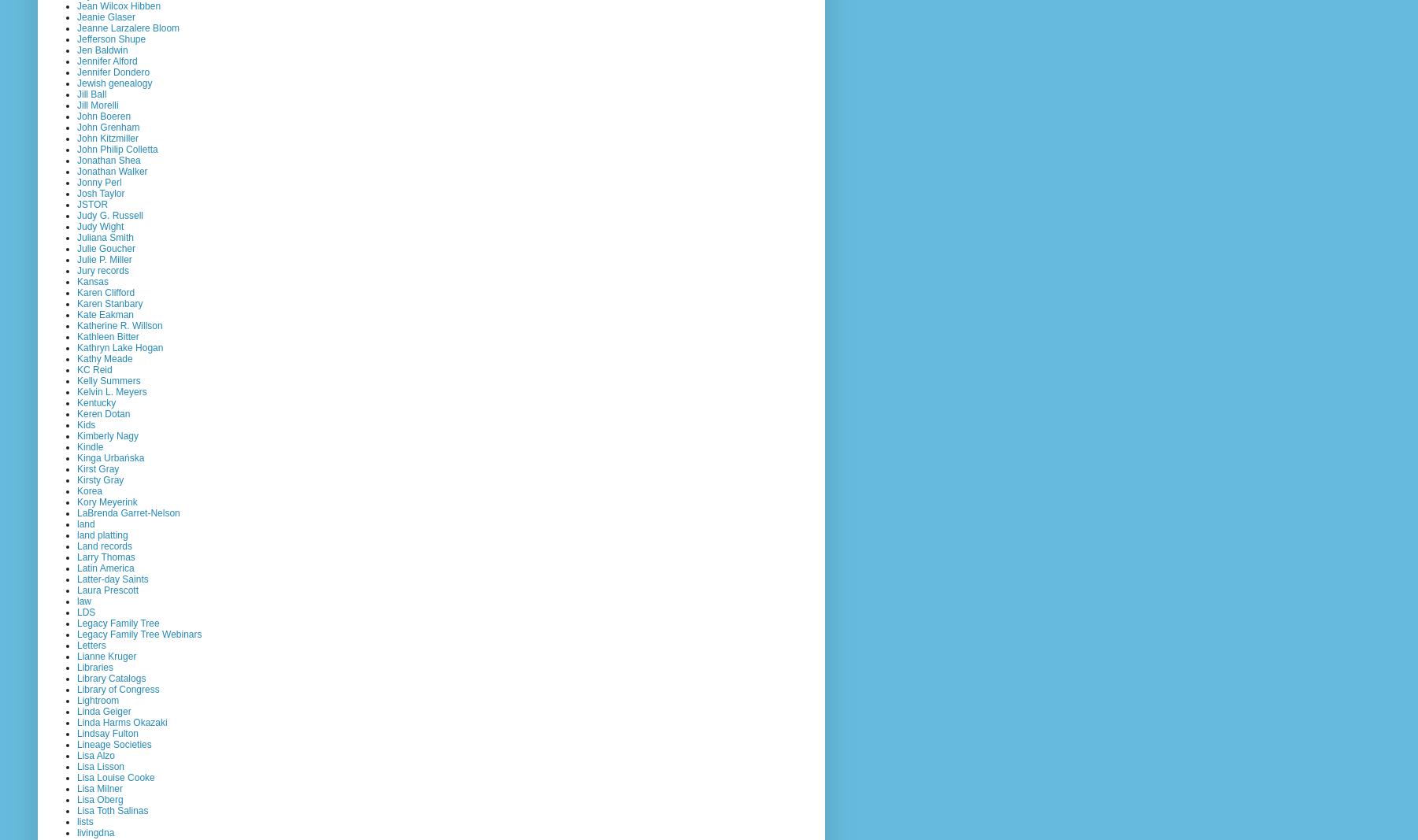 The height and width of the screenshot is (840, 1418). I want to click on 'lists', so click(85, 820).